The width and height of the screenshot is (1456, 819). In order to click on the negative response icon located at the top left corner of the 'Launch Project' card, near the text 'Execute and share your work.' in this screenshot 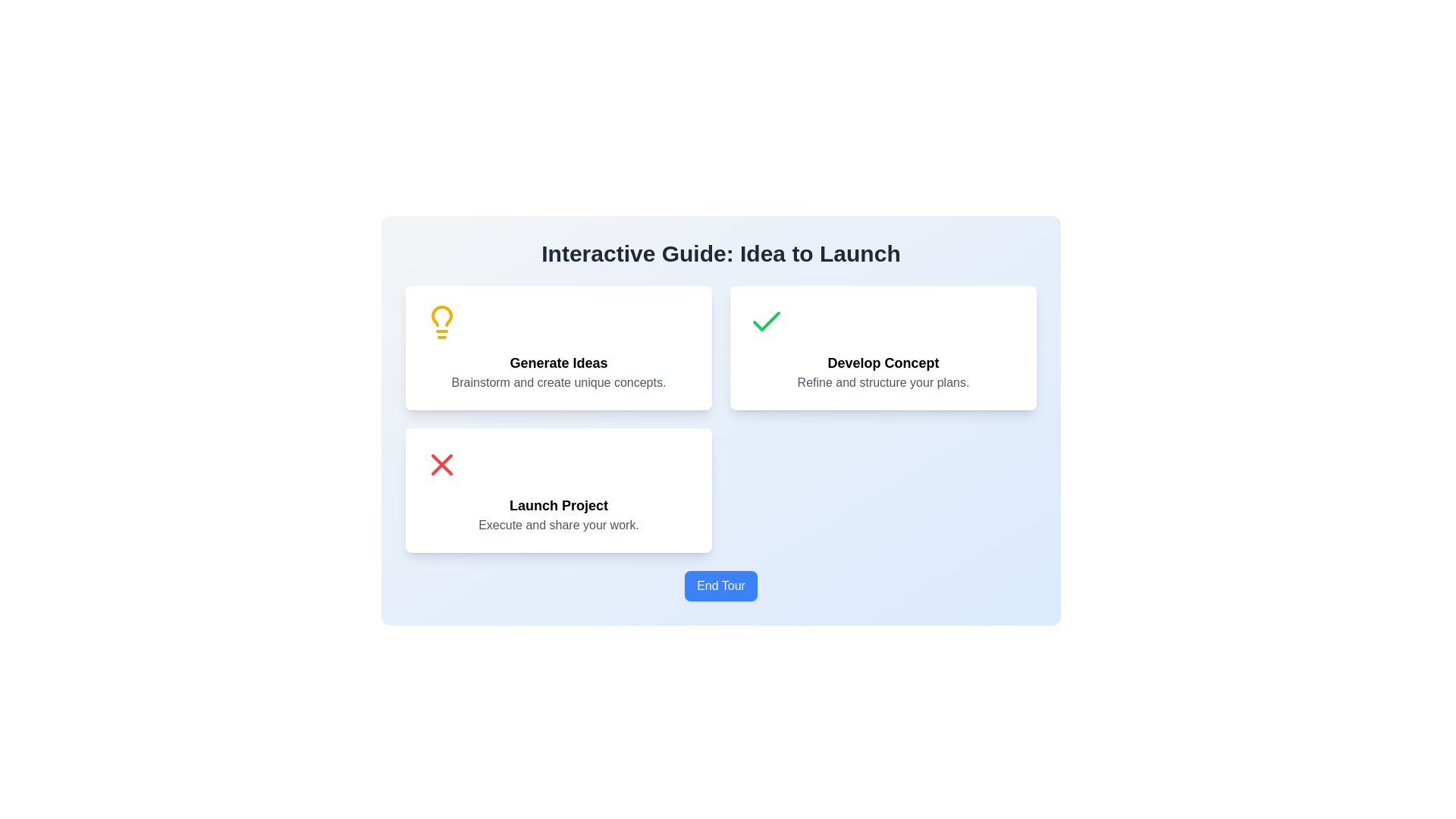, I will do `click(441, 464)`.